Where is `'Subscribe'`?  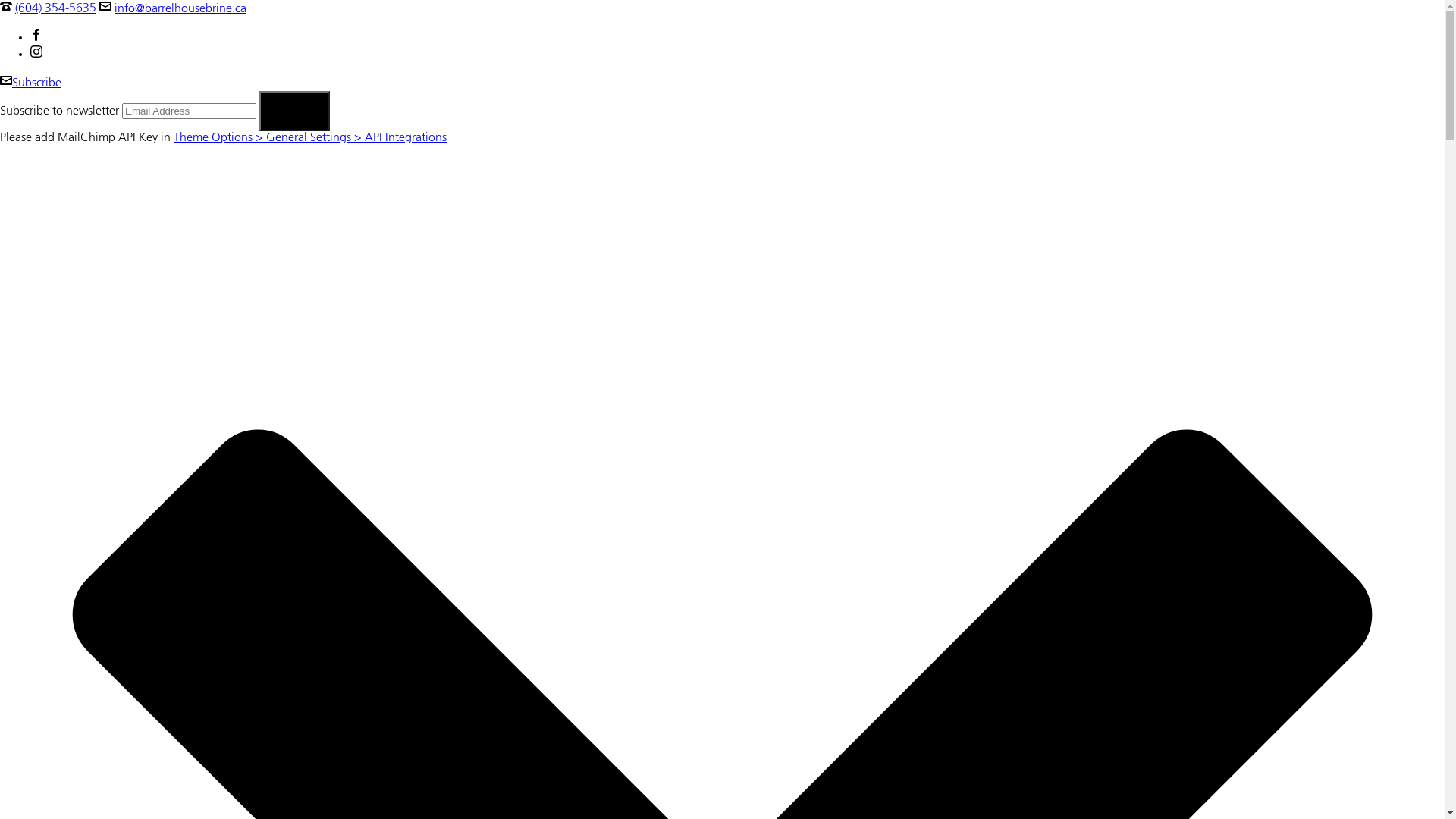
'Subscribe' is located at coordinates (30, 83).